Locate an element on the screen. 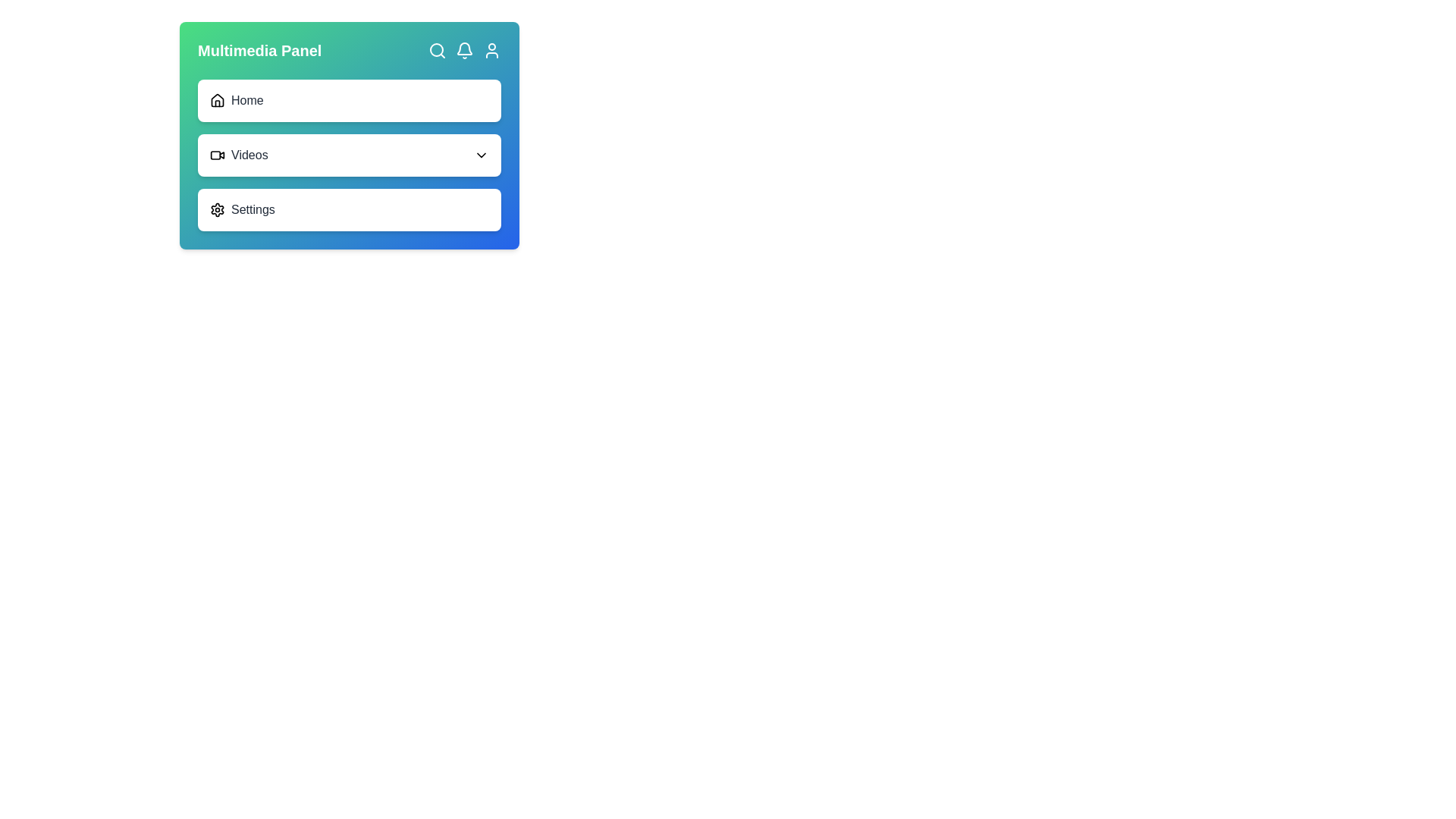 This screenshot has height=819, width=1456. the 'Home' button icon located in the multimedia panel, positioned at the top-left area as the first icon in the navigation options group is located at coordinates (217, 99).